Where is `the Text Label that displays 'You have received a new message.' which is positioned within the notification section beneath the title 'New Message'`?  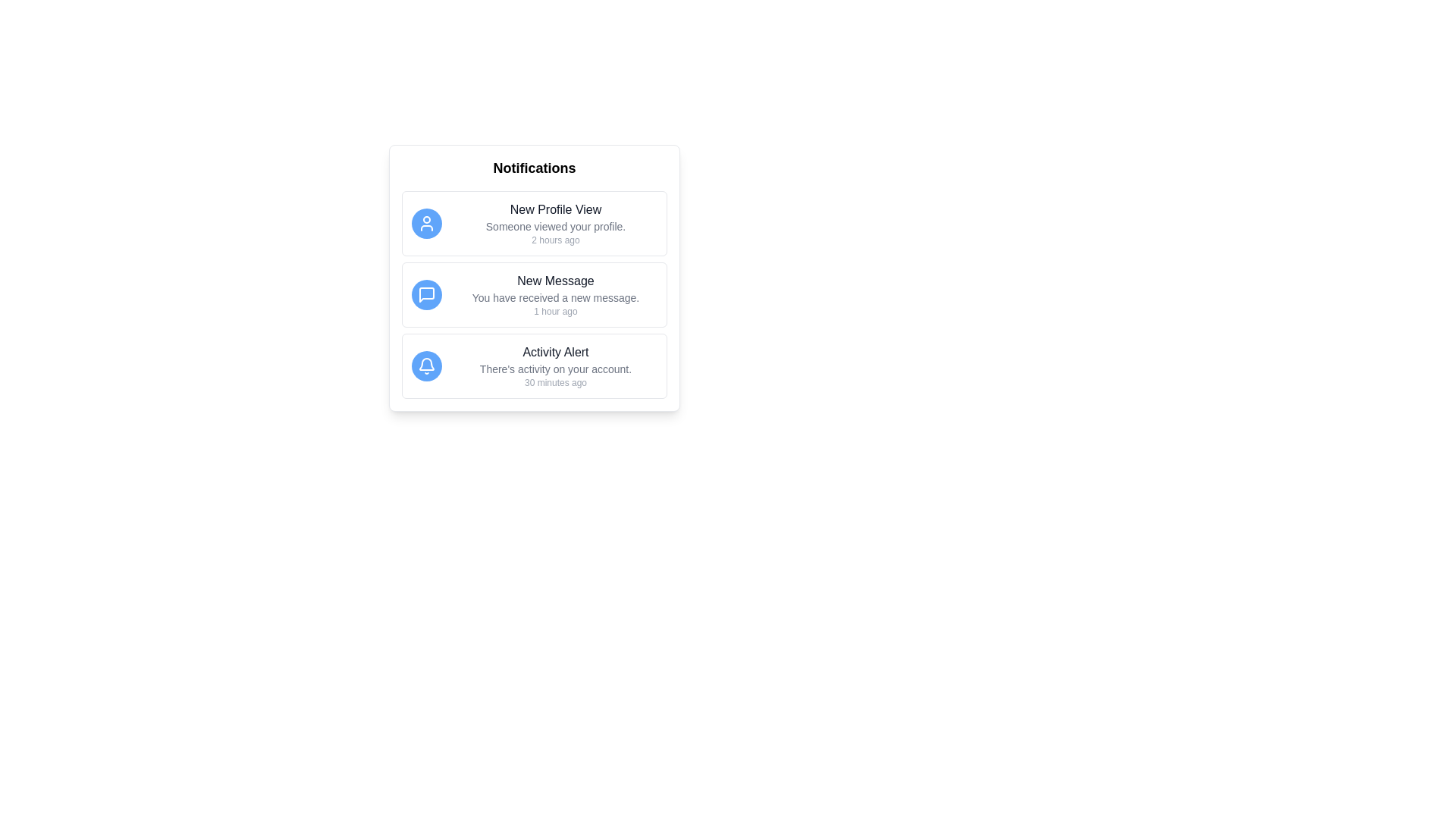 the Text Label that displays 'You have received a new message.' which is positioned within the notification section beneath the title 'New Message' is located at coordinates (555, 298).